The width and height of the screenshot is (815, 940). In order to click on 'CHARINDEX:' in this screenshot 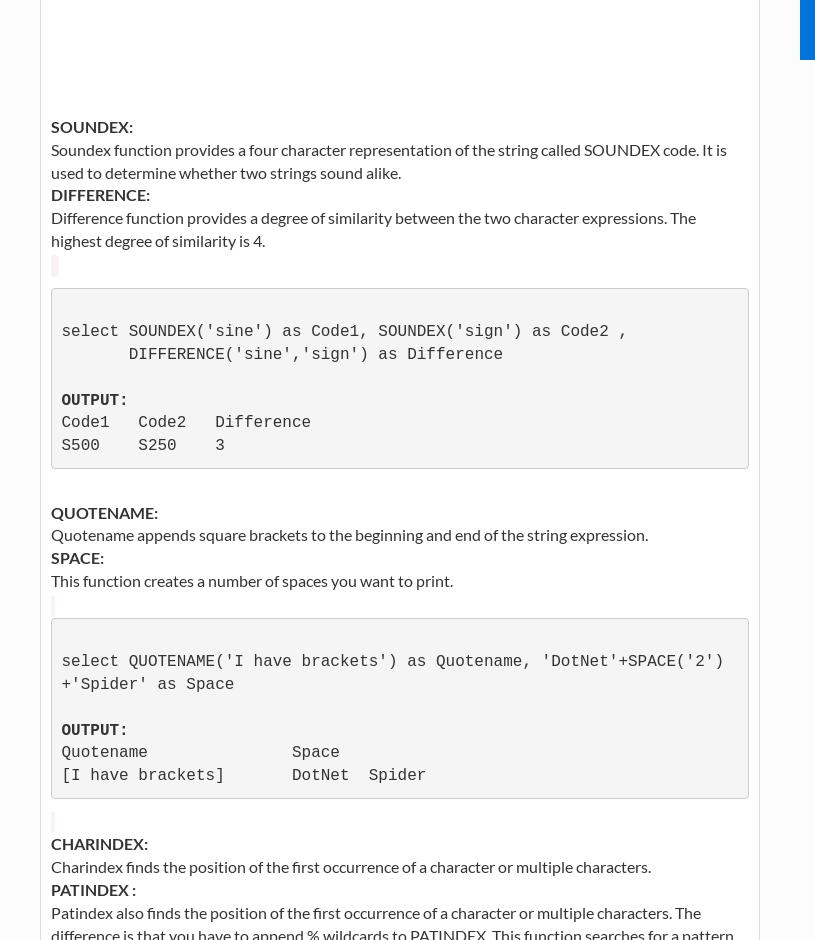, I will do `click(98, 842)`.